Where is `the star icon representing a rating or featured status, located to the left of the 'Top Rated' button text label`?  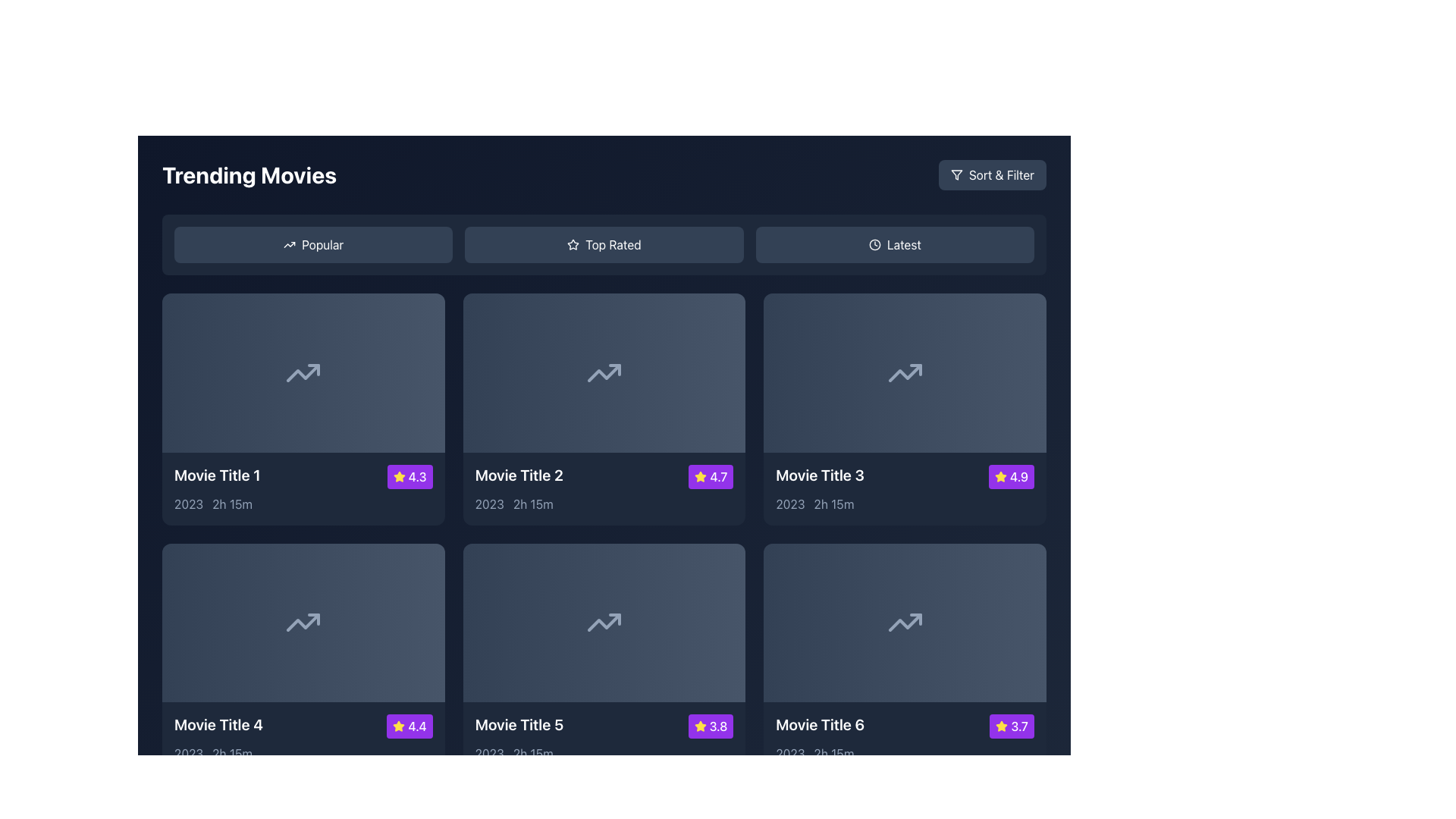
the star icon representing a rating or featured status, located to the left of the 'Top Rated' button text label is located at coordinates (573, 244).